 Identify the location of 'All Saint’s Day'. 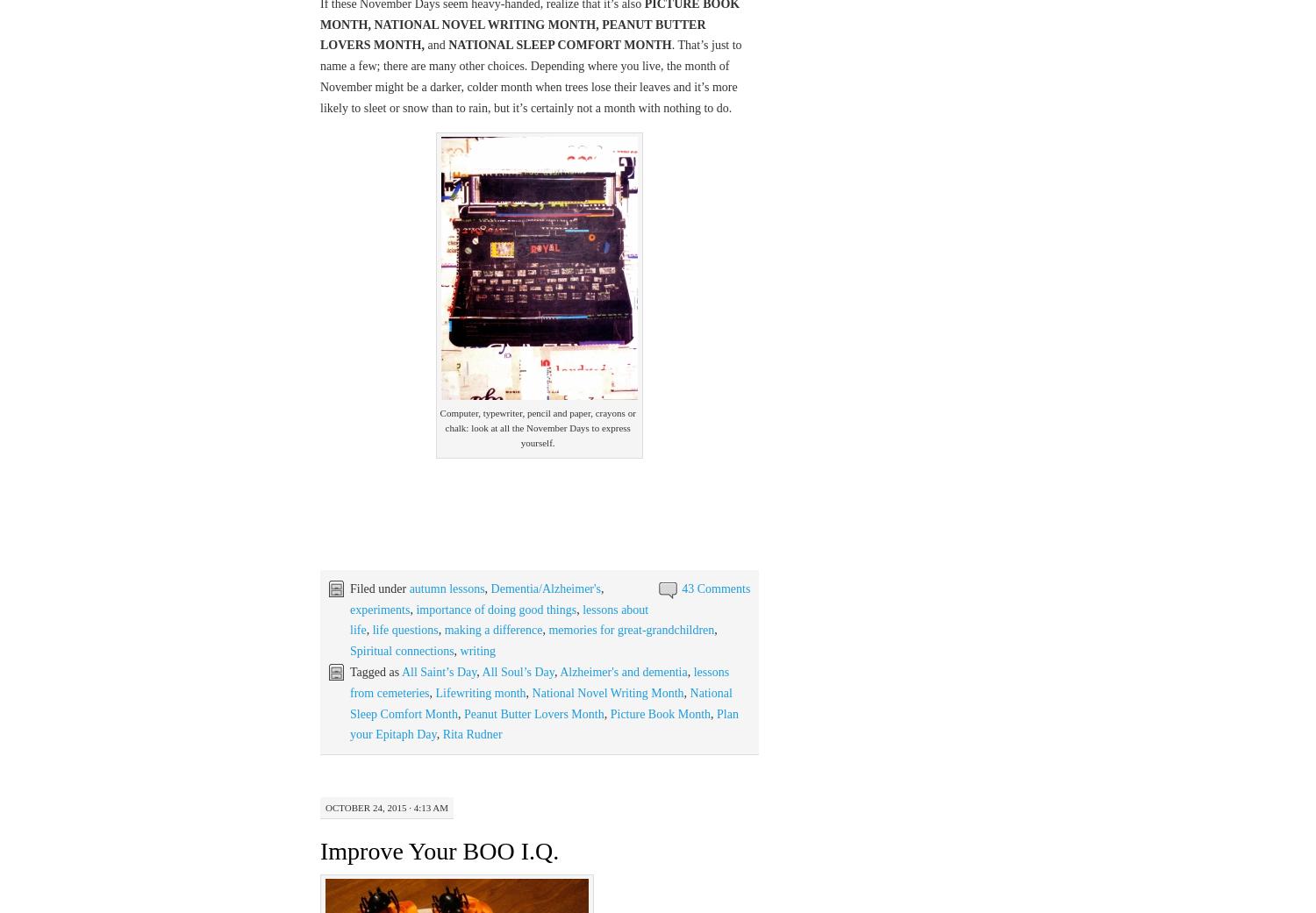
(437, 672).